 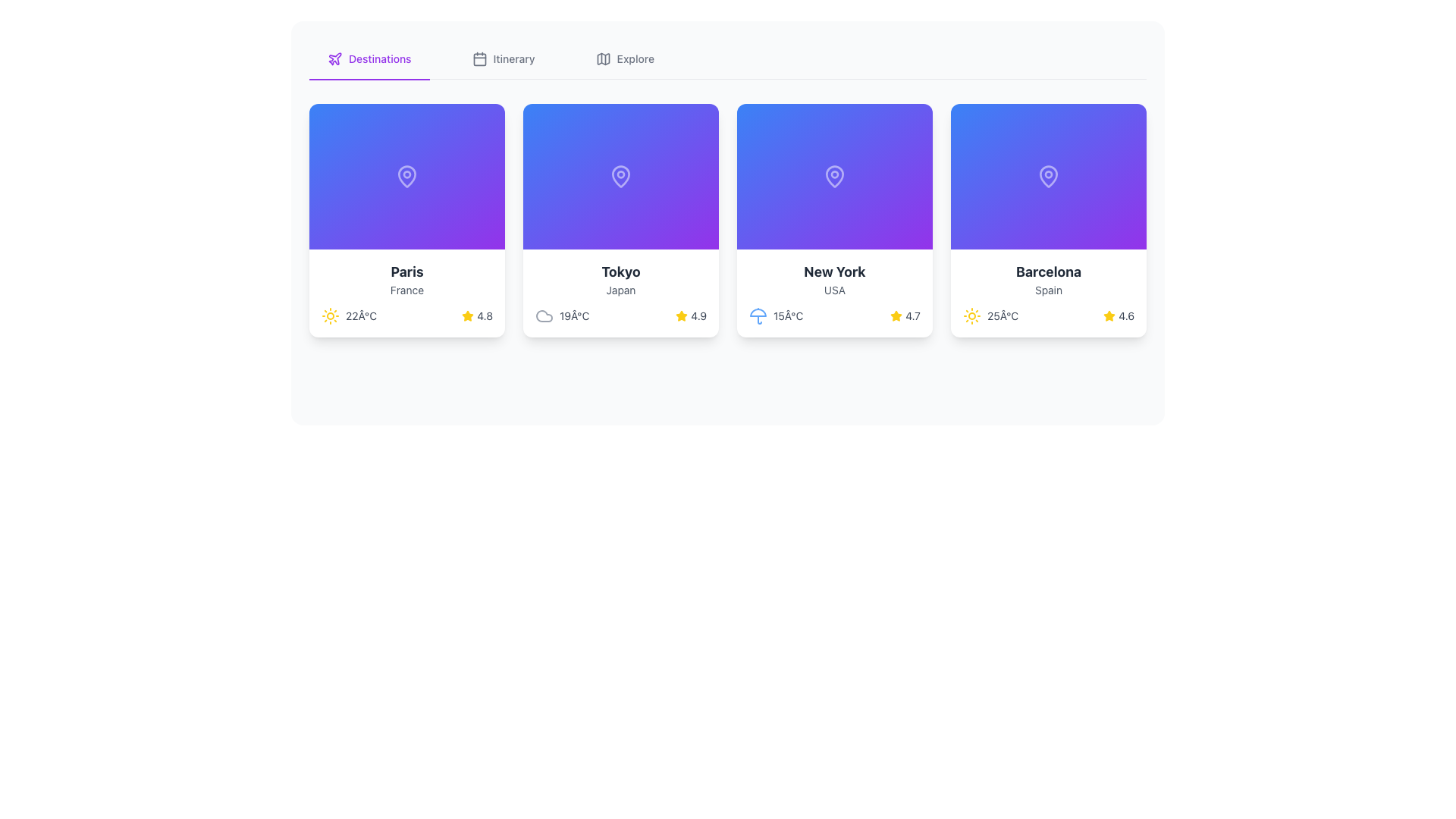 I want to click on the 'Itinerary' button, which features a calendar icon and gray text that darkens on hover, located in the second position of the horizontal navigation bar, so click(x=504, y=58).